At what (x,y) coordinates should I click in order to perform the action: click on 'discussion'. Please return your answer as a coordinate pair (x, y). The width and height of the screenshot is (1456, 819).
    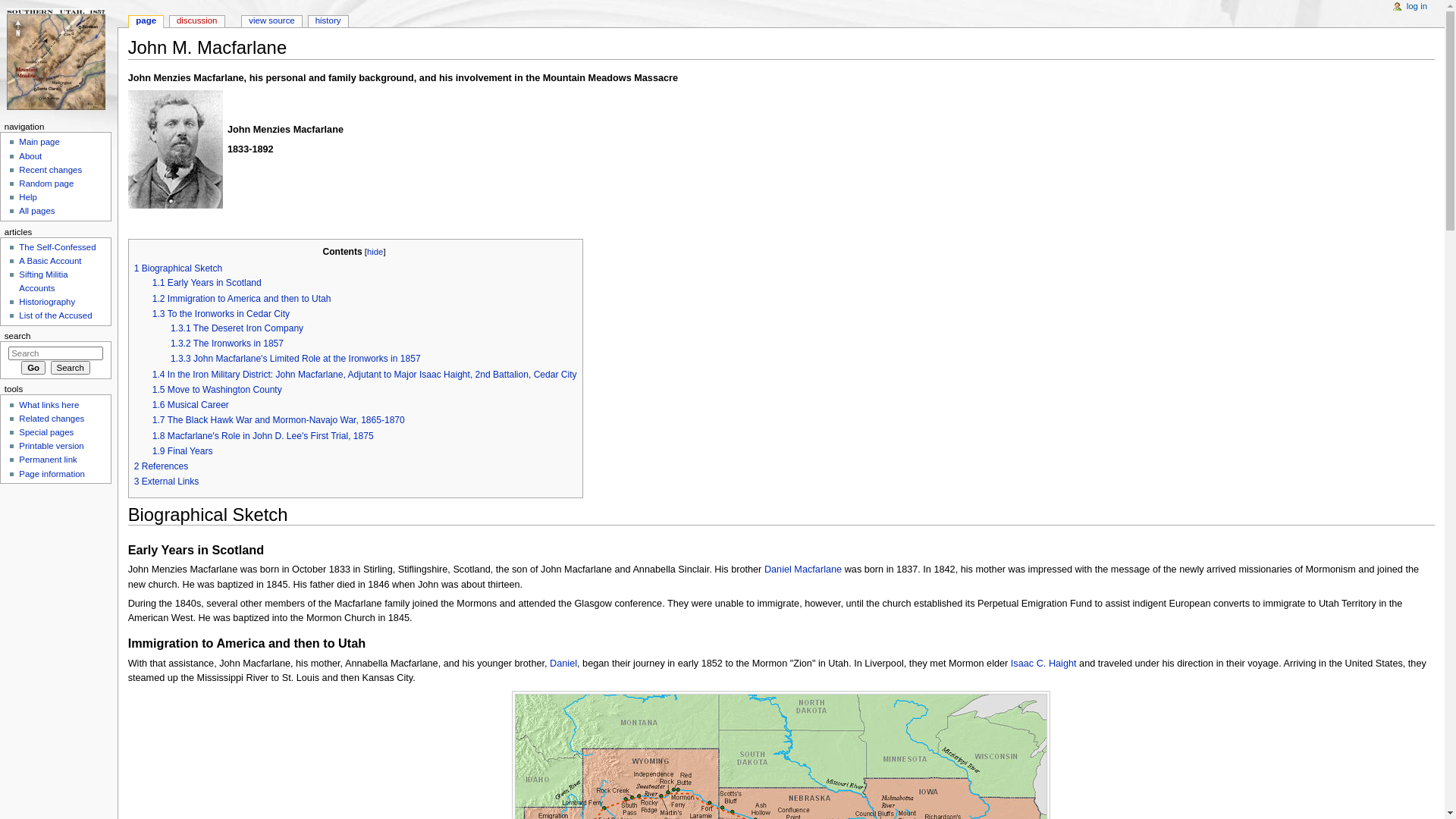
    Looking at the image, I should click on (196, 21).